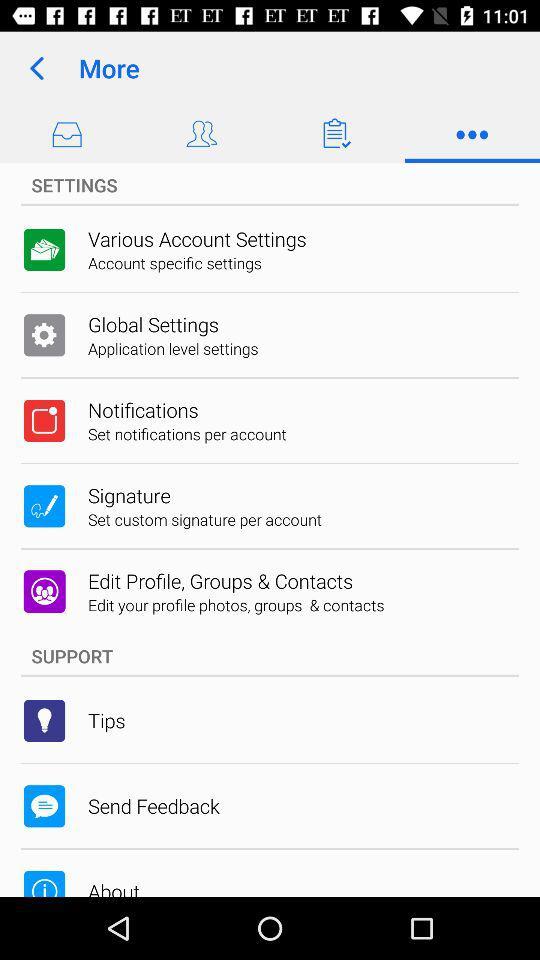 This screenshot has width=540, height=960. Describe the element at coordinates (106, 720) in the screenshot. I see `tips` at that location.